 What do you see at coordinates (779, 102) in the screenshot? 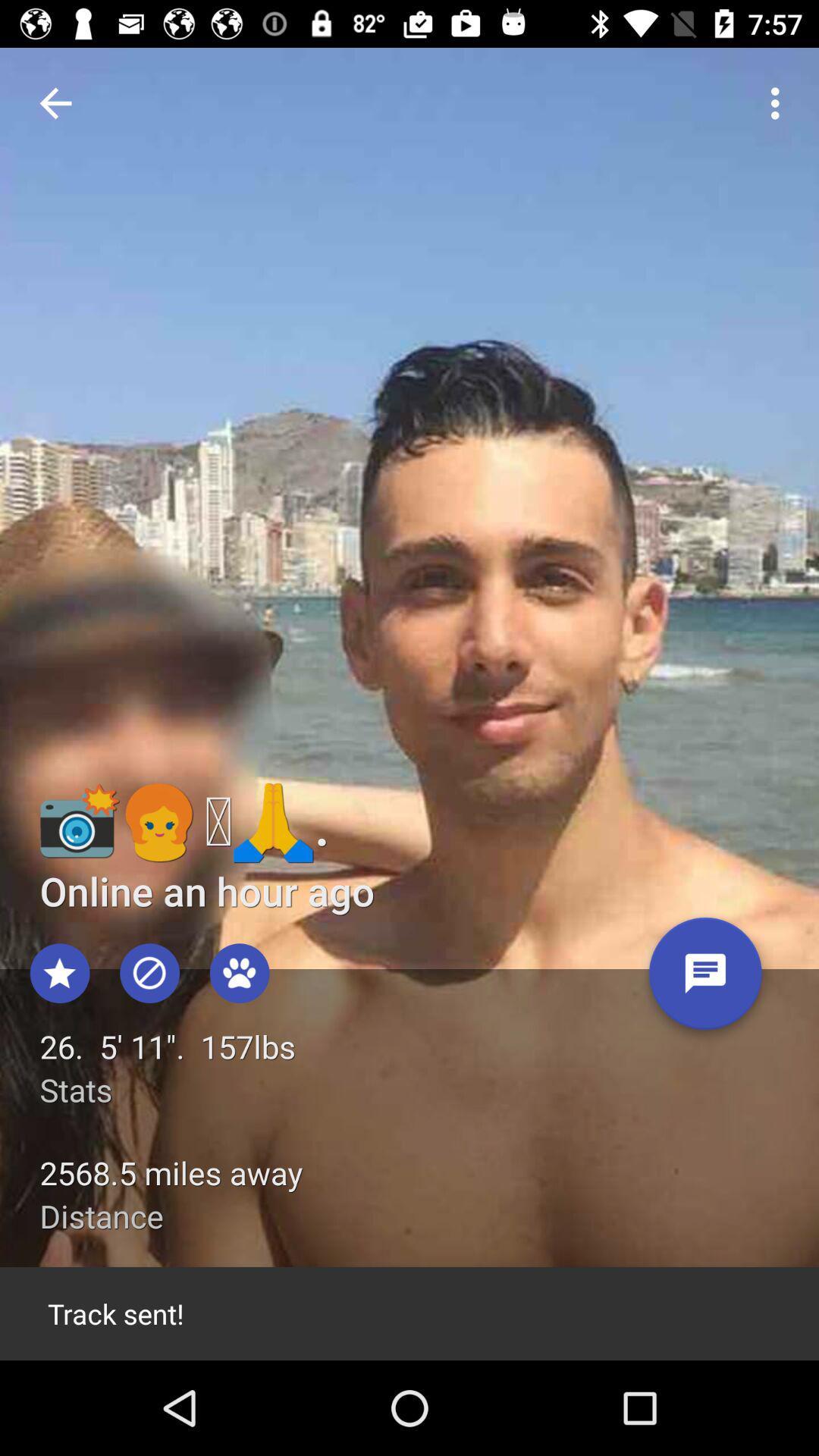
I see `the item at the top right corner` at bounding box center [779, 102].